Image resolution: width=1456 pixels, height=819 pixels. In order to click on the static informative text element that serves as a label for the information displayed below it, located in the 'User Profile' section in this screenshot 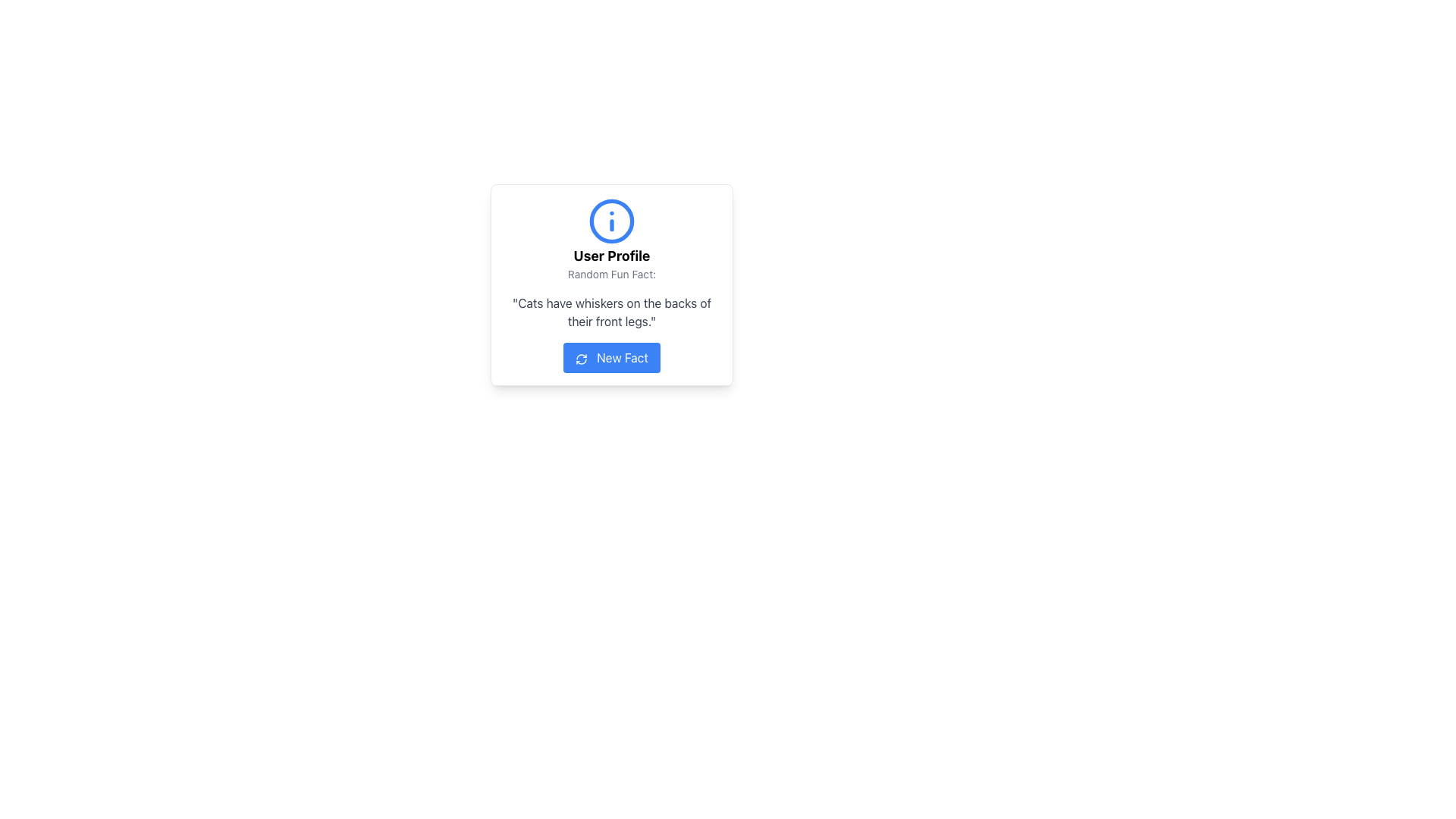, I will do `click(611, 275)`.